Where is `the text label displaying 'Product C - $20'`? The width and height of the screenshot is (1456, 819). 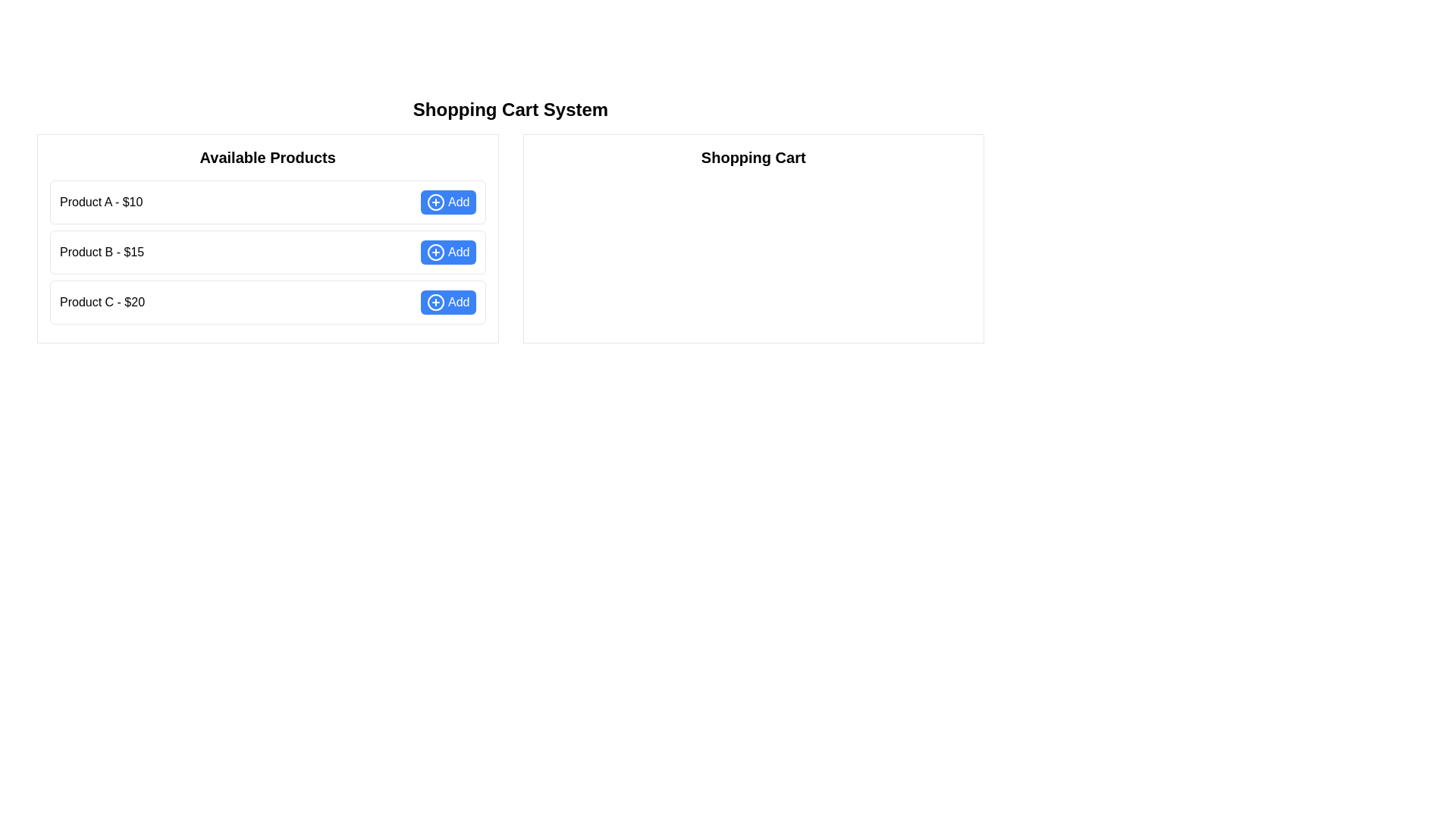 the text label displaying 'Product C - $20' is located at coordinates (101, 302).